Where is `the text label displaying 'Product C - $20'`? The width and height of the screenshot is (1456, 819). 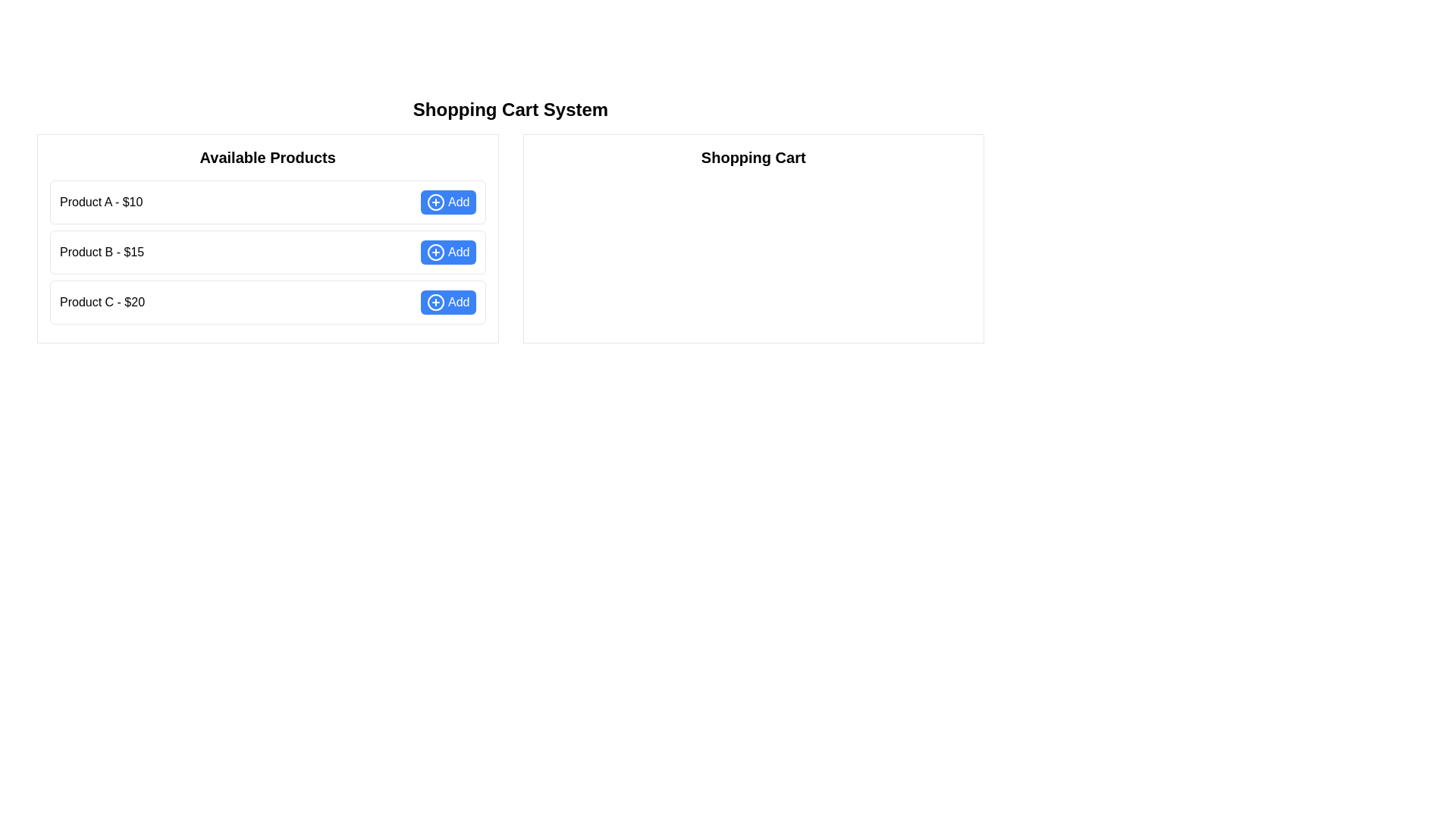 the text label displaying 'Product C - $20' is located at coordinates (101, 302).